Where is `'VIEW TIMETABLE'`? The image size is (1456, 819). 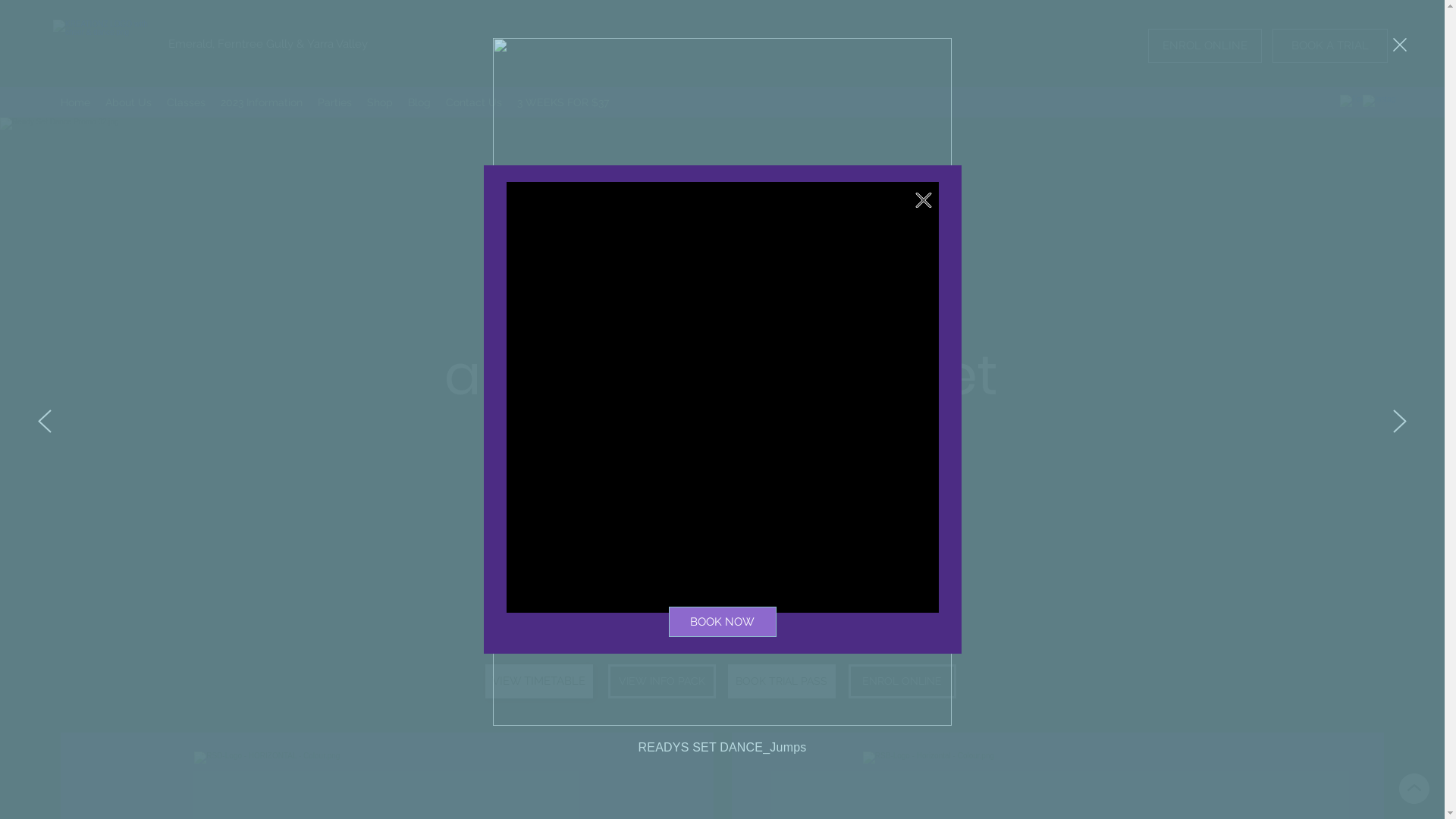 'VIEW TIMETABLE' is located at coordinates (538, 680).